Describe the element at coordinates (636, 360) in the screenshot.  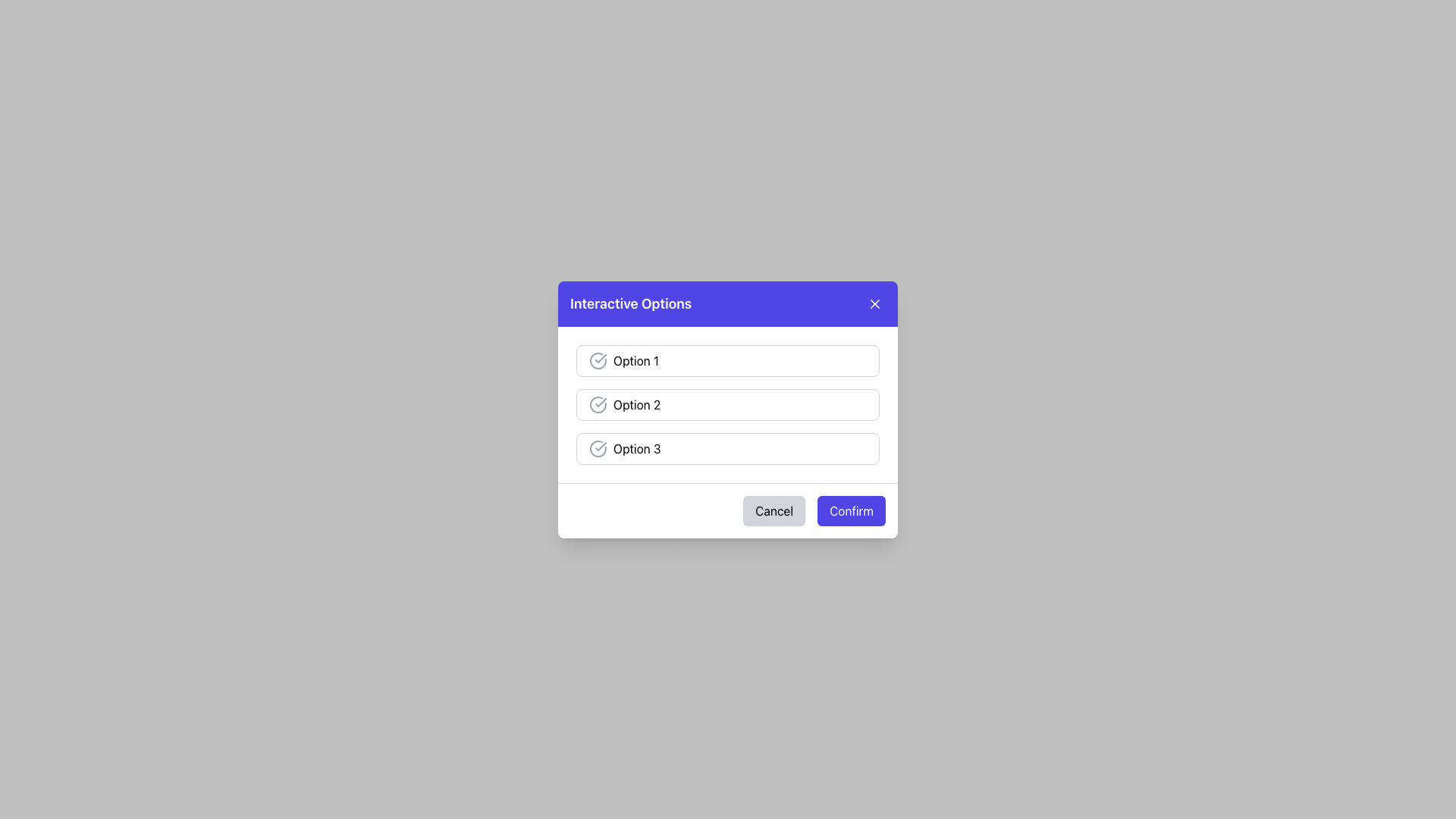
I see `text of the label representing the first option in a vertical list of selectable choices, which is positioned to the topmost of the modal's options section and aligned to the right of a checkmark icon` at that location.